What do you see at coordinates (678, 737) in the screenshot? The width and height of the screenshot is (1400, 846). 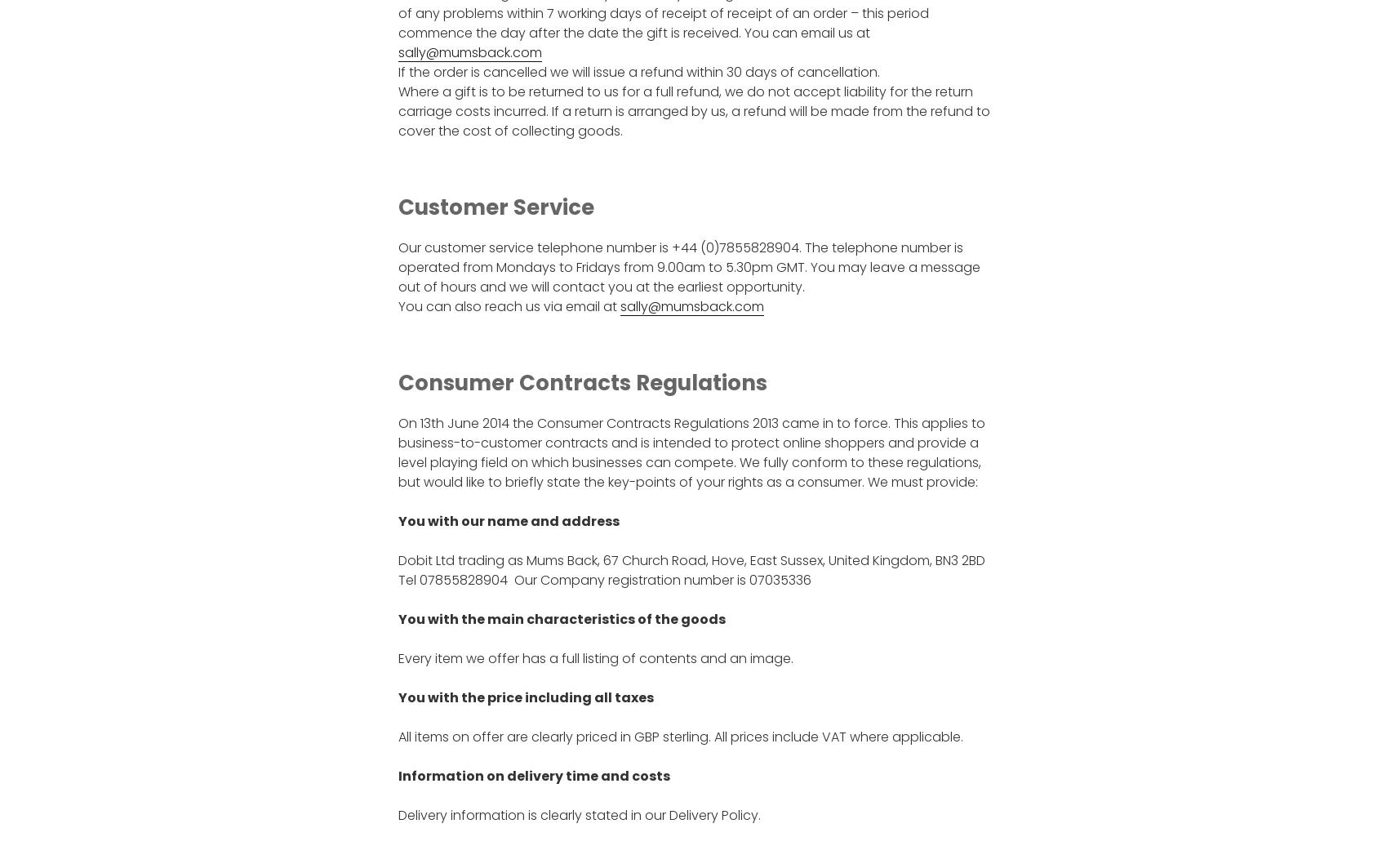 I see `'All items on offer are clearly priced in GBP sterling. All prices include VAT where applicable.'` at bounding box center [678, 737].